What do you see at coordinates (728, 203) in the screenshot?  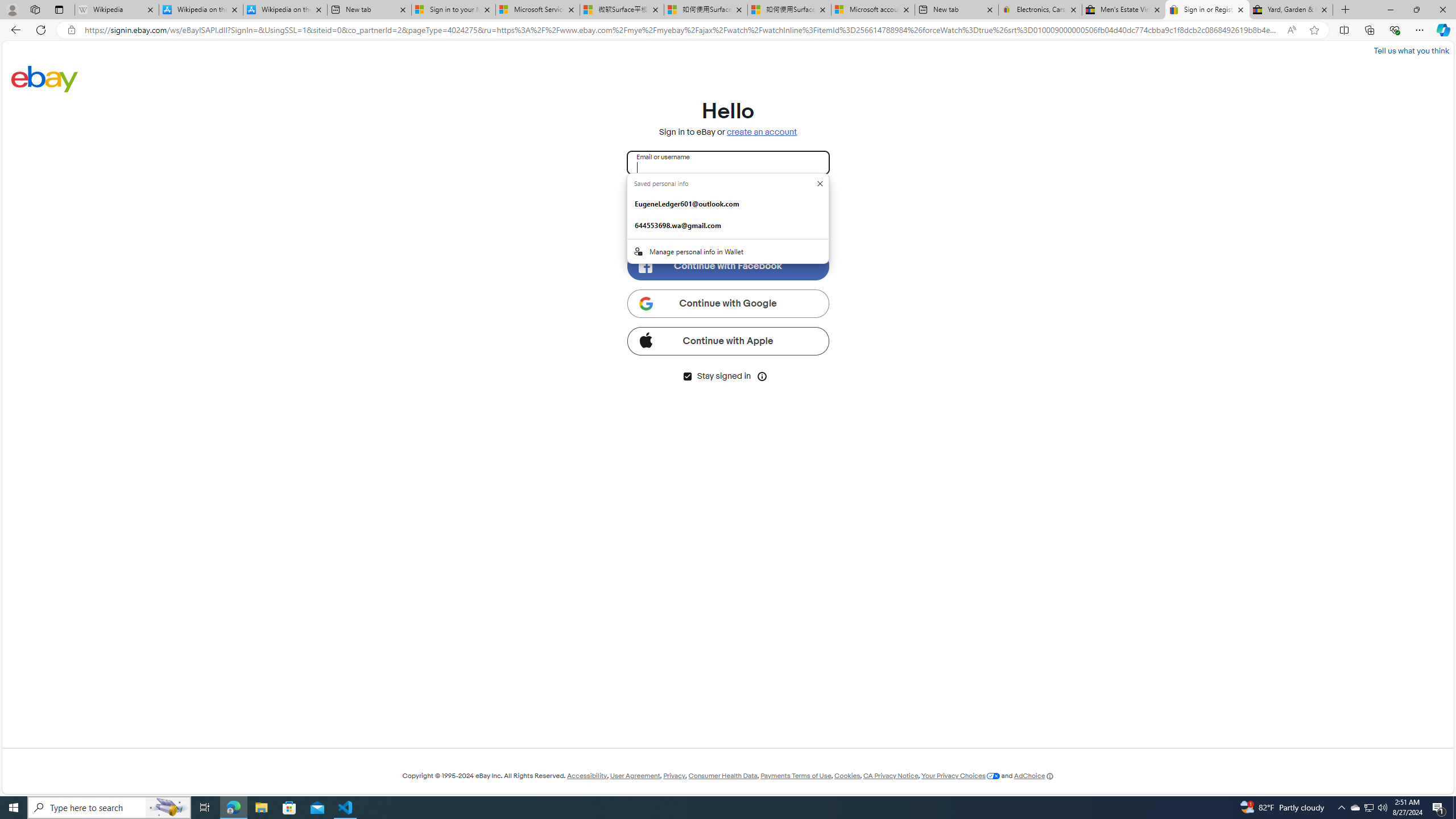 I see `'EugeneLedger601@outlook.com. :Basic info suggestion.'` at bounding box center [728, 203].